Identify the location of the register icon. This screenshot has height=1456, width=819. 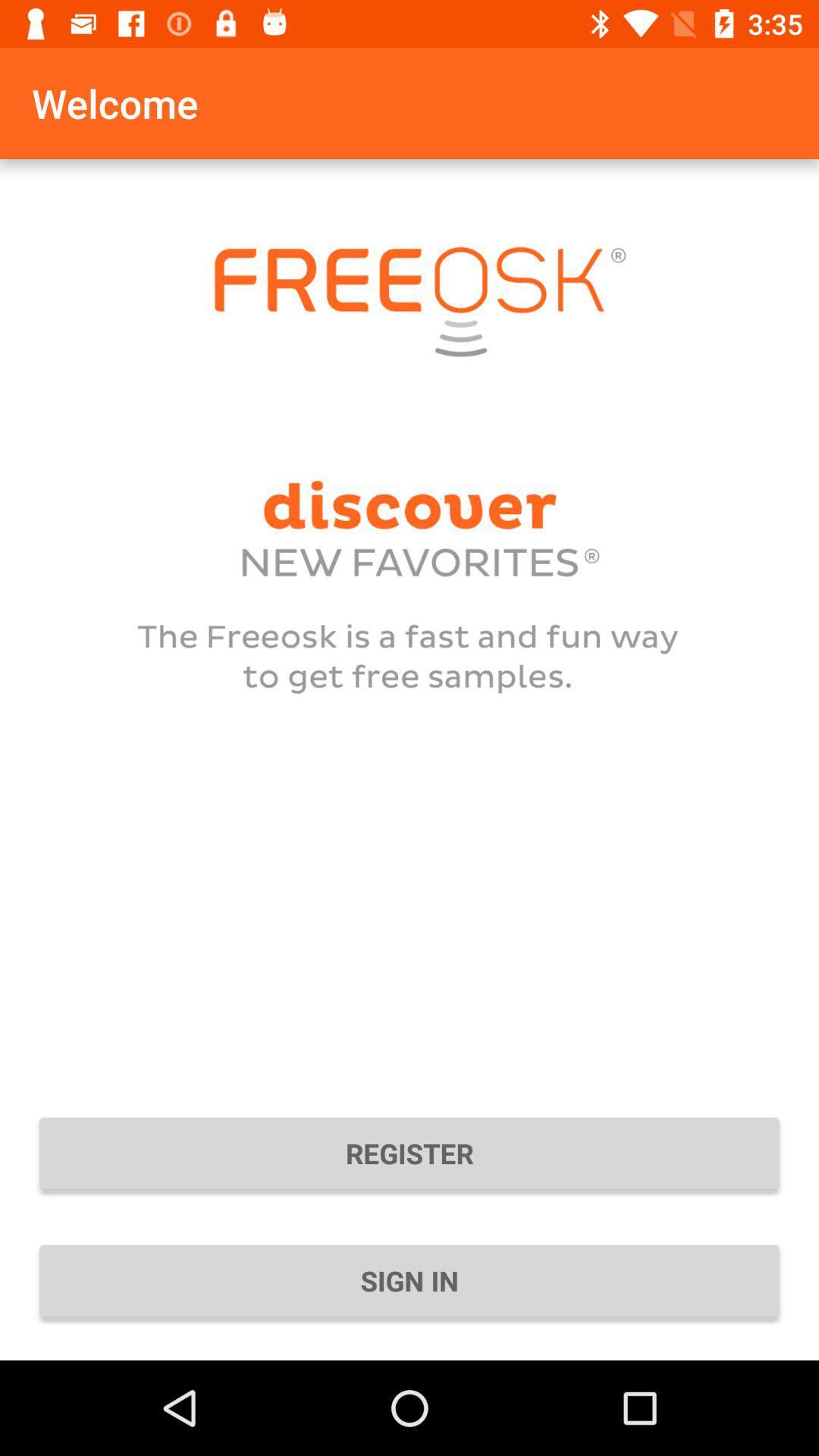
(409, 1153).